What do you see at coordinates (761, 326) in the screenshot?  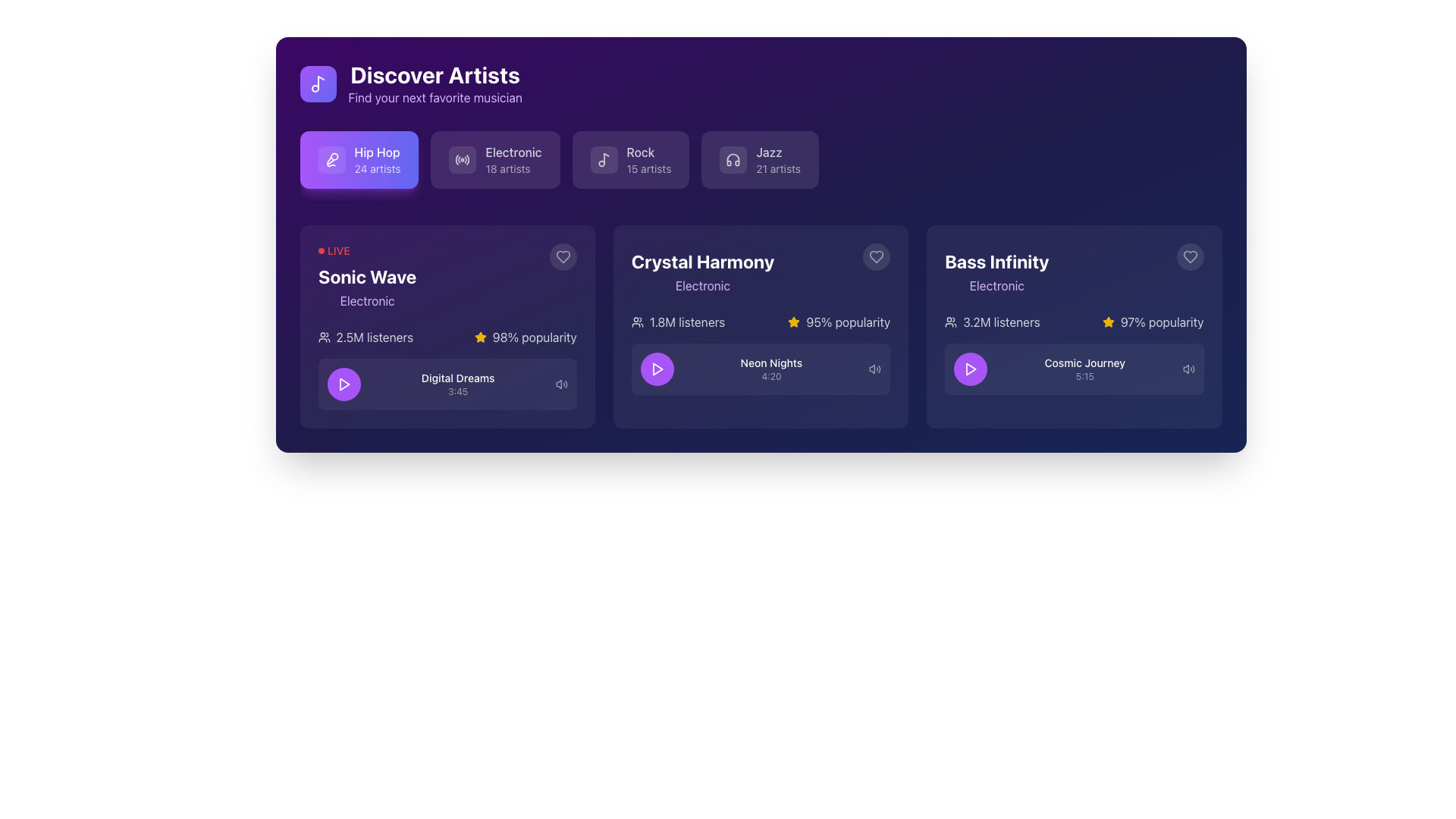 I see `the Interactive Card representing an artist or music album, which is the second card in a 3-column layout` at bounding box center [761, 326].